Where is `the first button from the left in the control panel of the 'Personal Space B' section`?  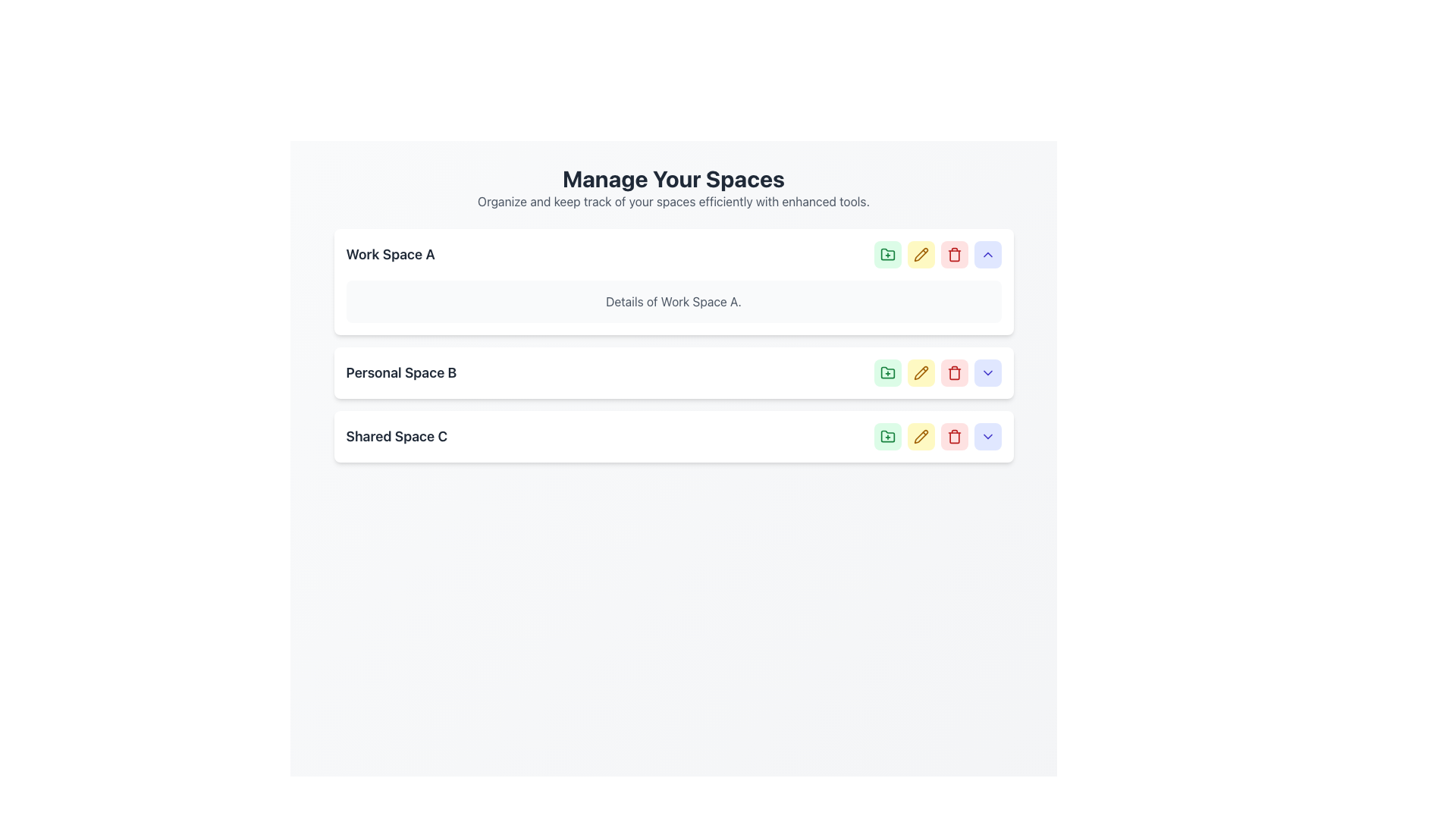 the first button from the left in the control panel of the 'Personal Space B' section is located at coordinates (887, 373).